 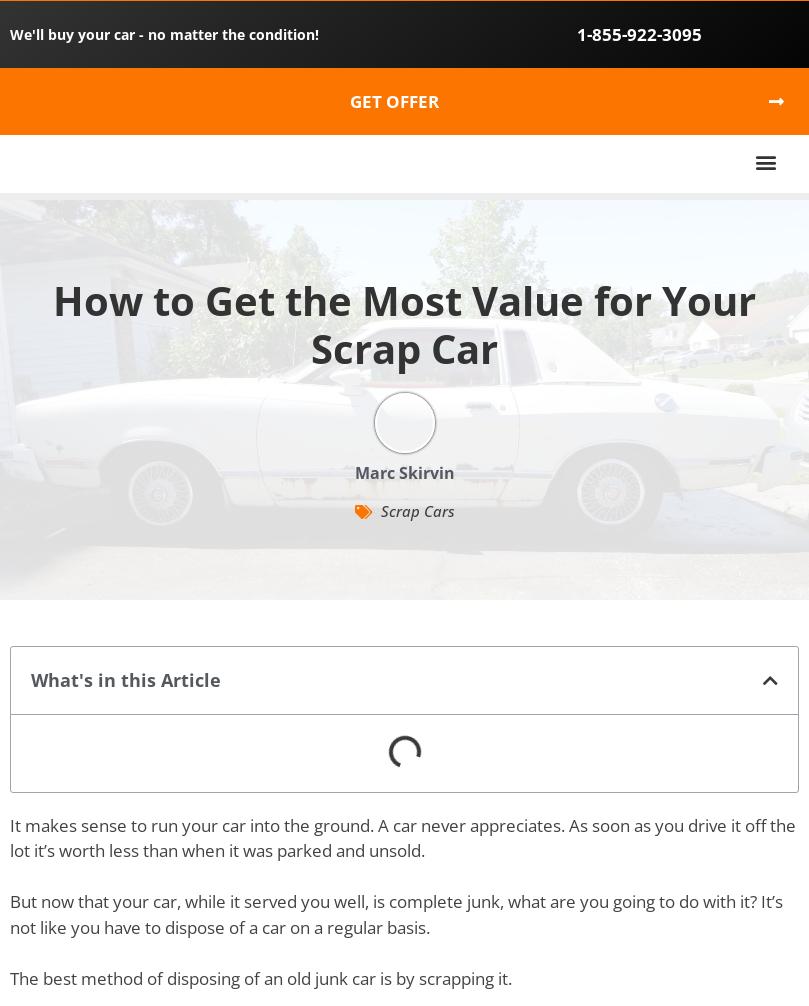 I want to click on 'The best method of disposing of an old junk car is by scrapping it.', so click(x=259, y=976).